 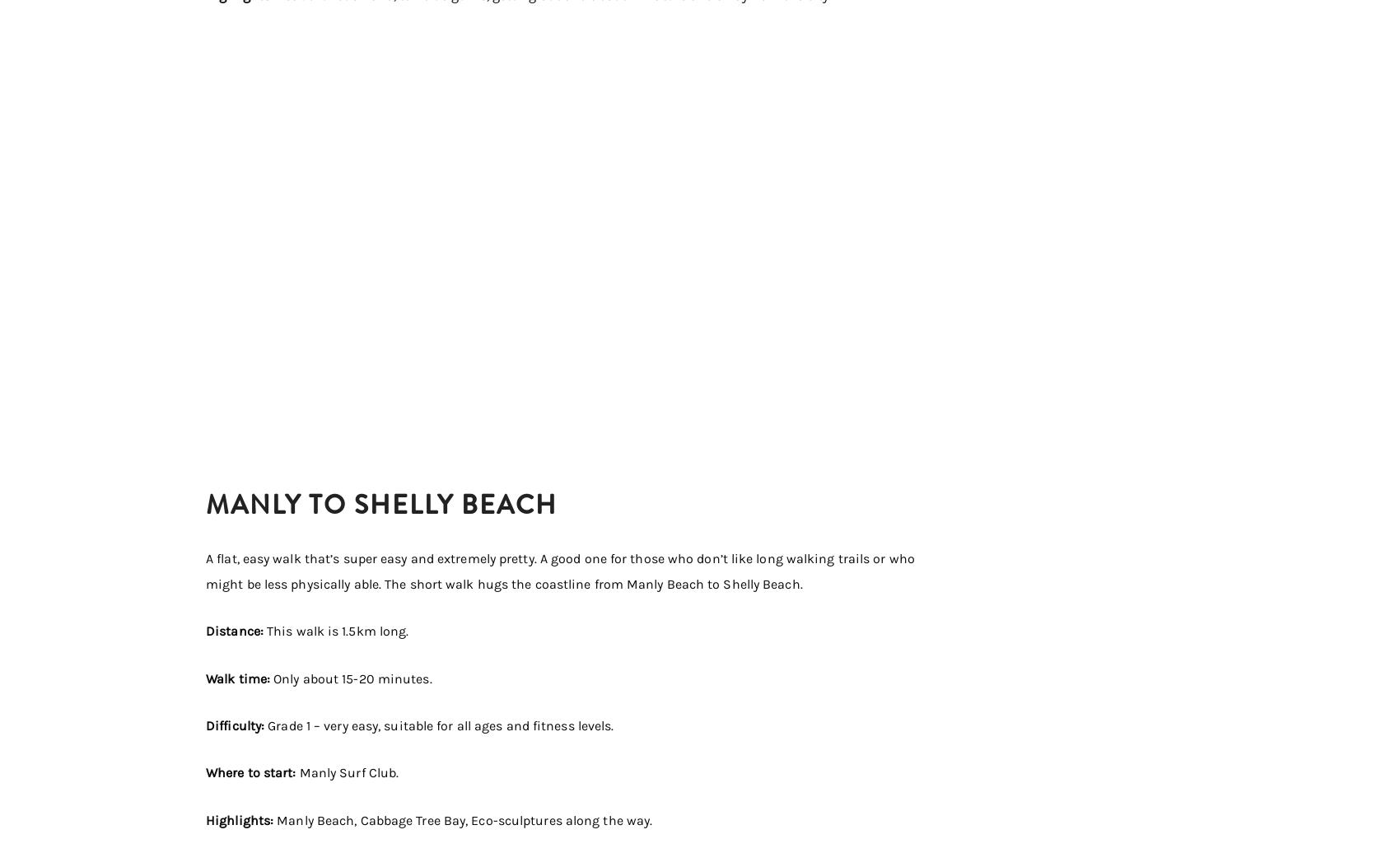 What do you see at coordinates (236, 631) in the screenshot?
I see `'Distance:'` at bounding box center [236, 631].